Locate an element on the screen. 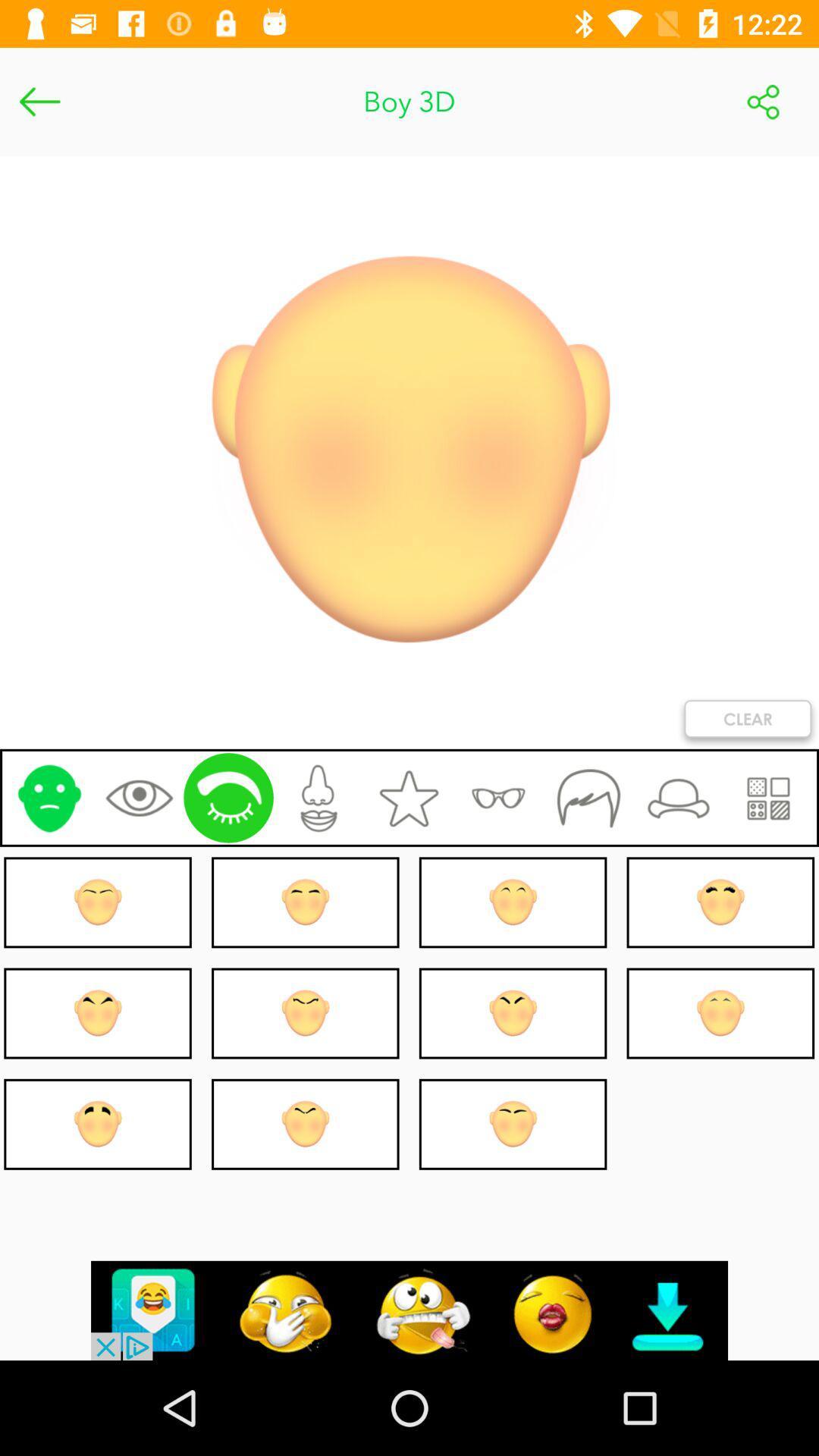  share image is located at coordinates (763, 101).